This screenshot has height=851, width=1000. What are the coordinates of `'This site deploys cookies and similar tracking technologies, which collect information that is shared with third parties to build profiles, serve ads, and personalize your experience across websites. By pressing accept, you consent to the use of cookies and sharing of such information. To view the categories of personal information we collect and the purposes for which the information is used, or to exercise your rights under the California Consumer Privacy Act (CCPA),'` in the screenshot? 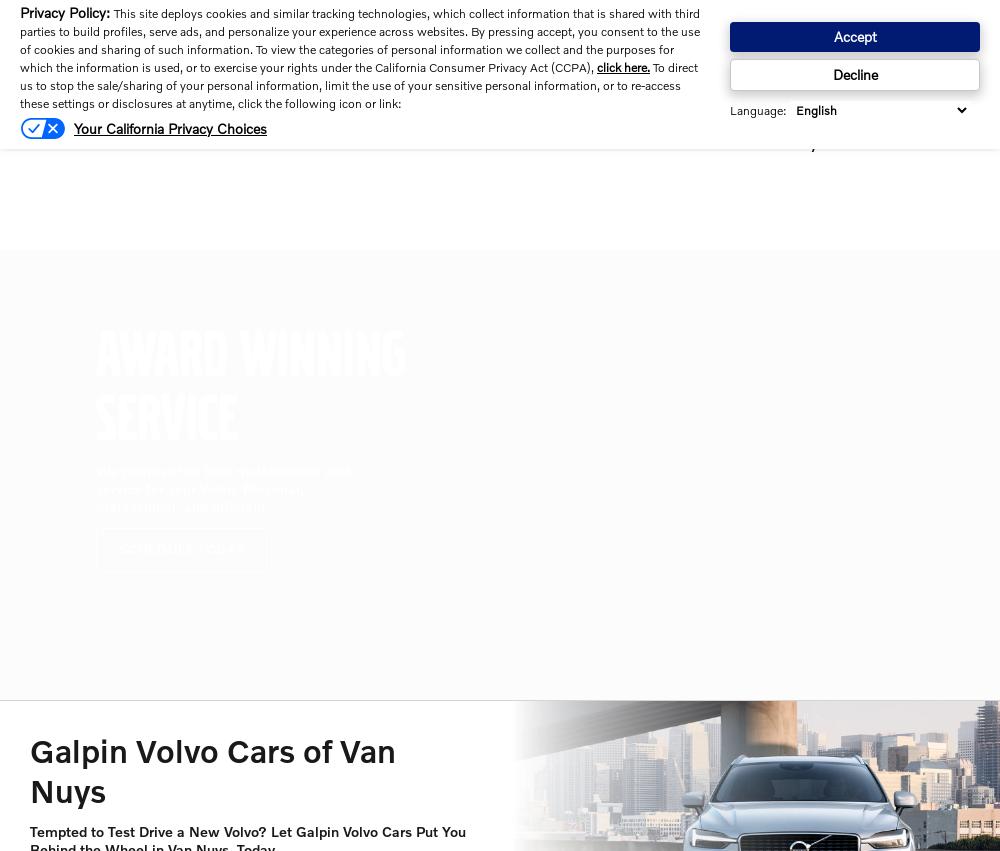 It's located at (359, 40).